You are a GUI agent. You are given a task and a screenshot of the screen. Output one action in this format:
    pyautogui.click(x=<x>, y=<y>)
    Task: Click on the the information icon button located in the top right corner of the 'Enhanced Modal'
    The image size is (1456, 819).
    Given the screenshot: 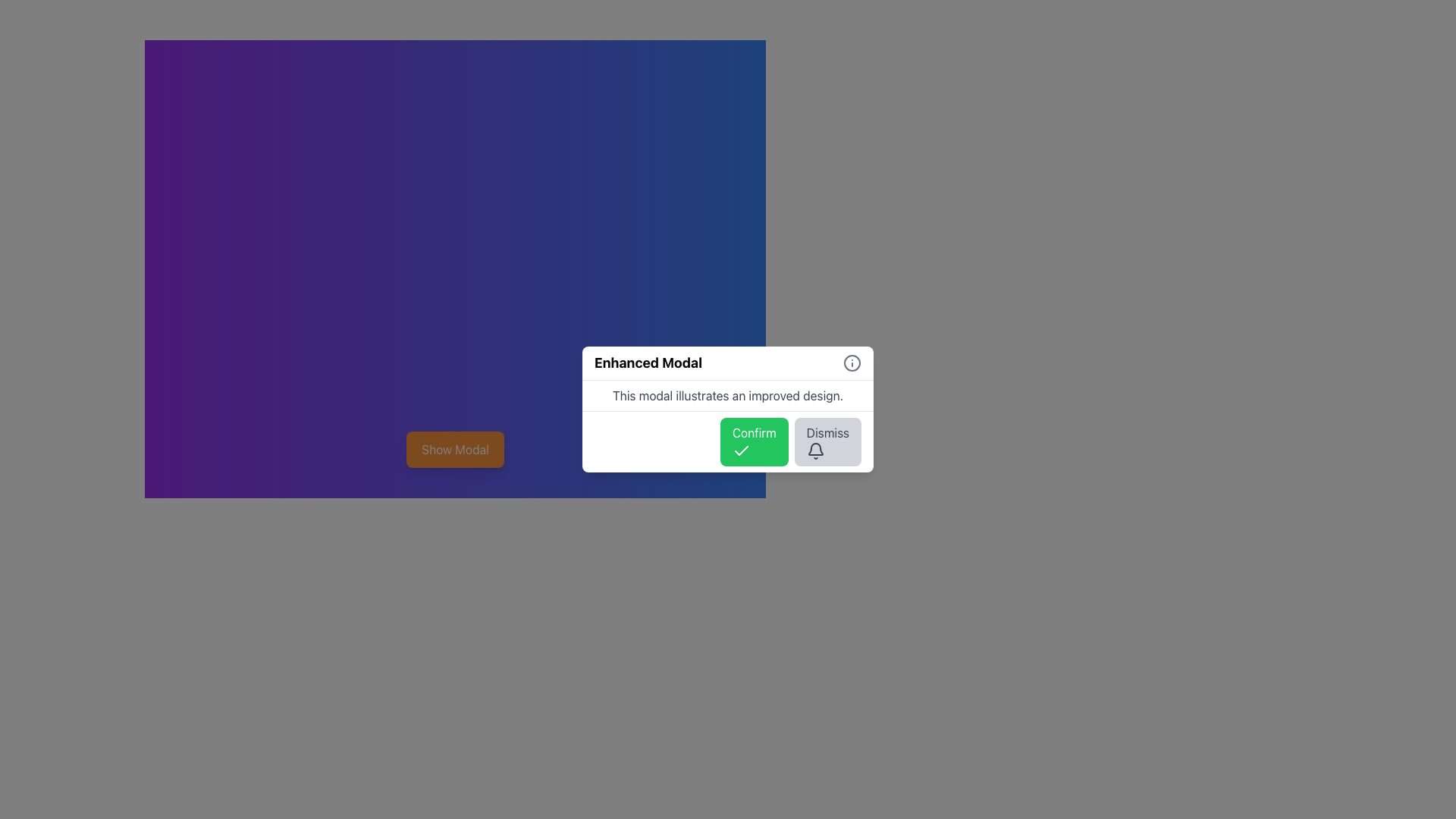 What is the action you would take?
    pyautogui.click(x=852, y=362)
    